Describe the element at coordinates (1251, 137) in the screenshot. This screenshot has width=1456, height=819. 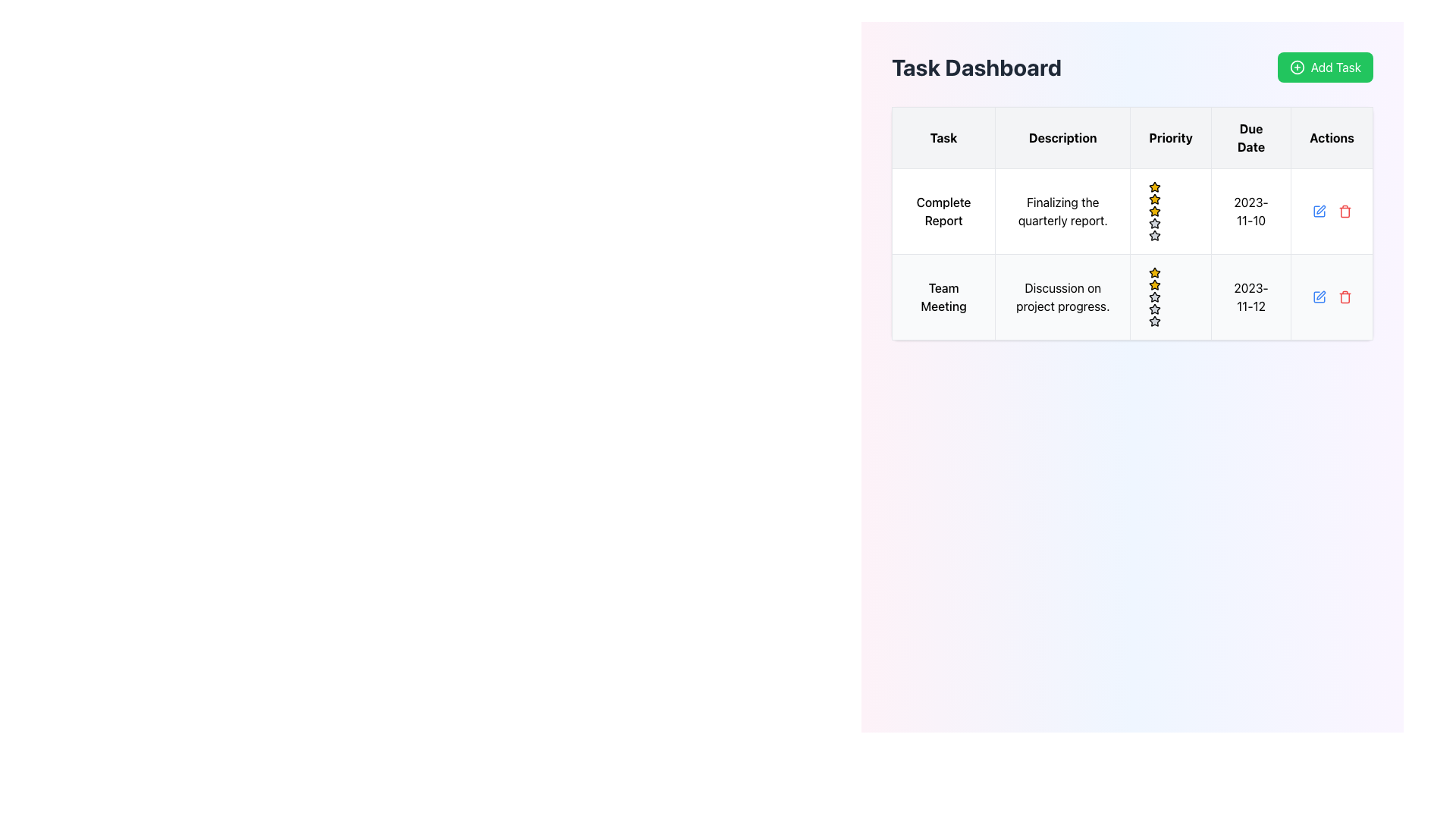
I see `the 'Due Date' table header cell, which is styled as a bold table heading and is located in the fourth column of the table header row` at that location.